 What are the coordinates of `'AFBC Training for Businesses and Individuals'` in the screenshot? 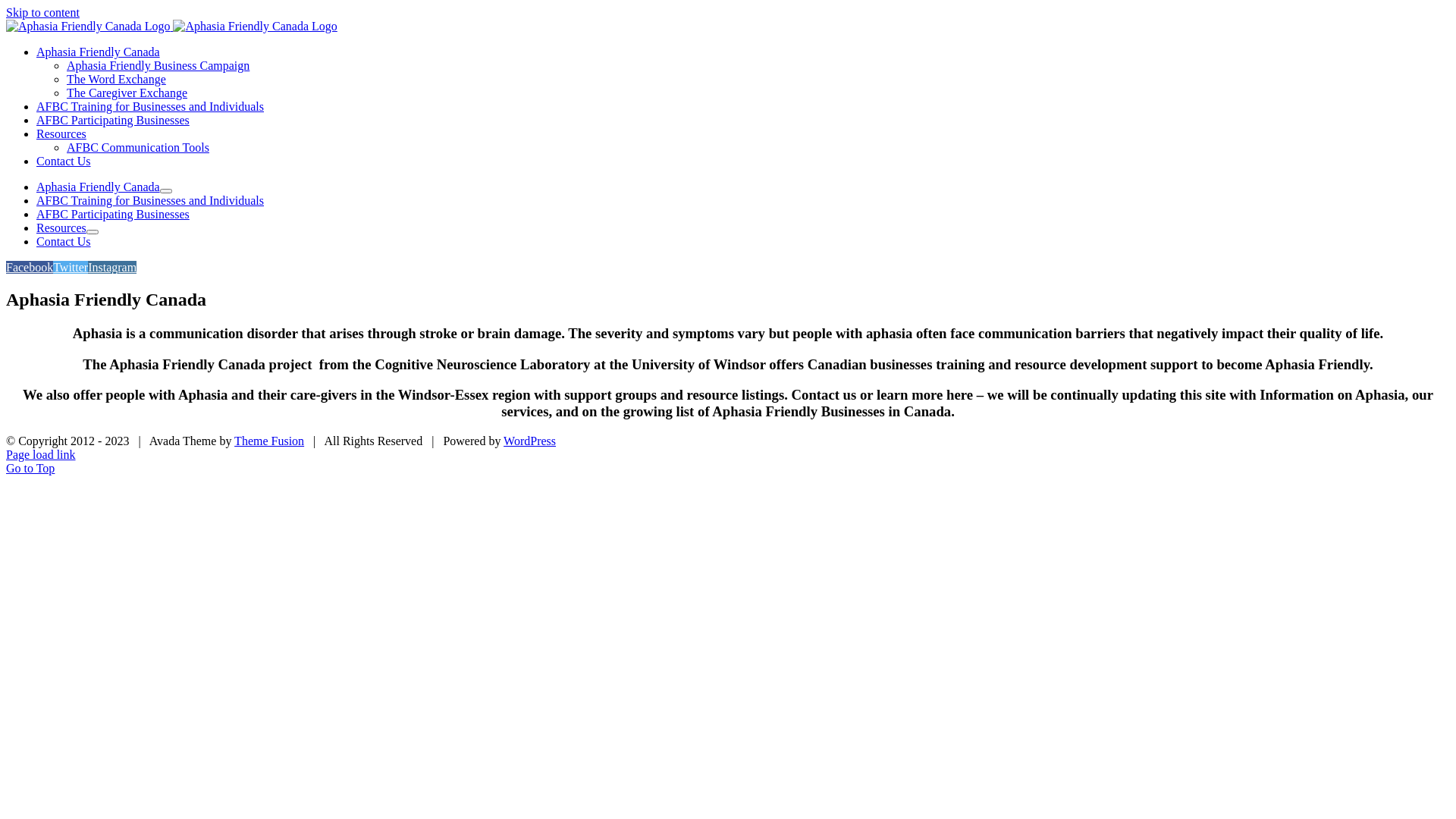 It's located at (149, 199).